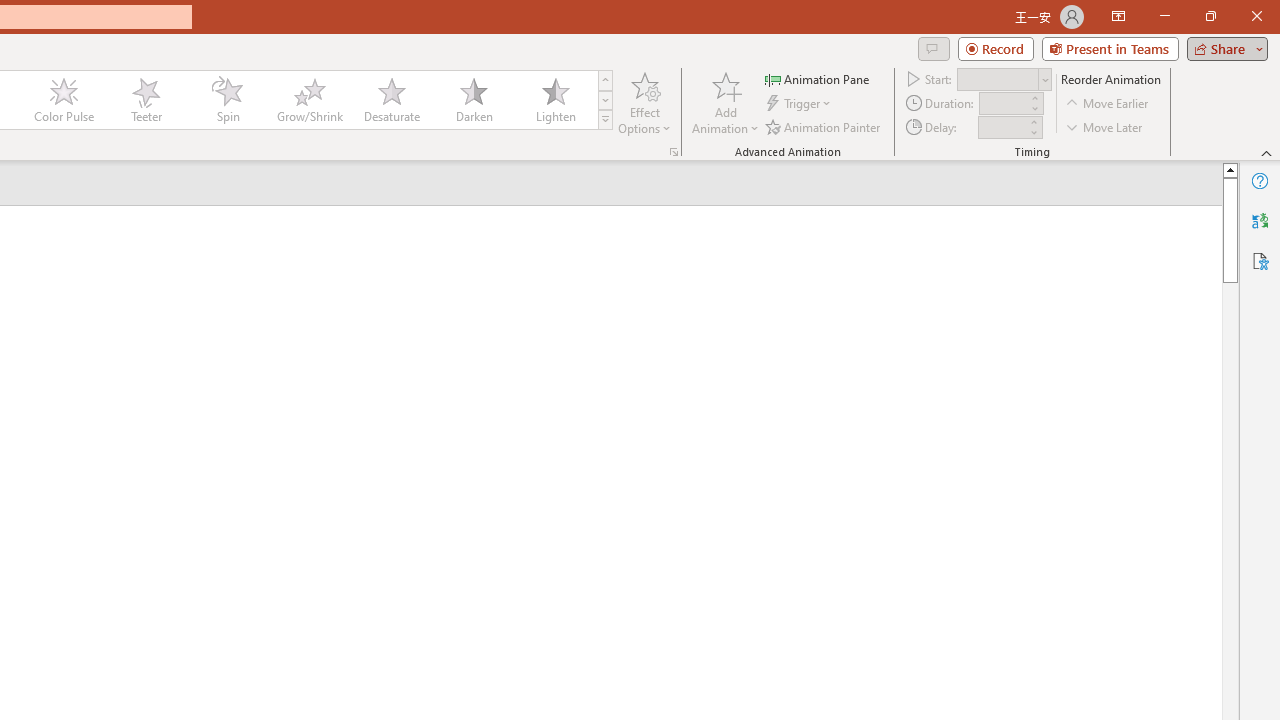 The height and width of the screenshot is (720, 1280). What do you see at coordinates (604, 100) in the screenshot?
I see `'Row Down'` at bounding box center [604, 100].